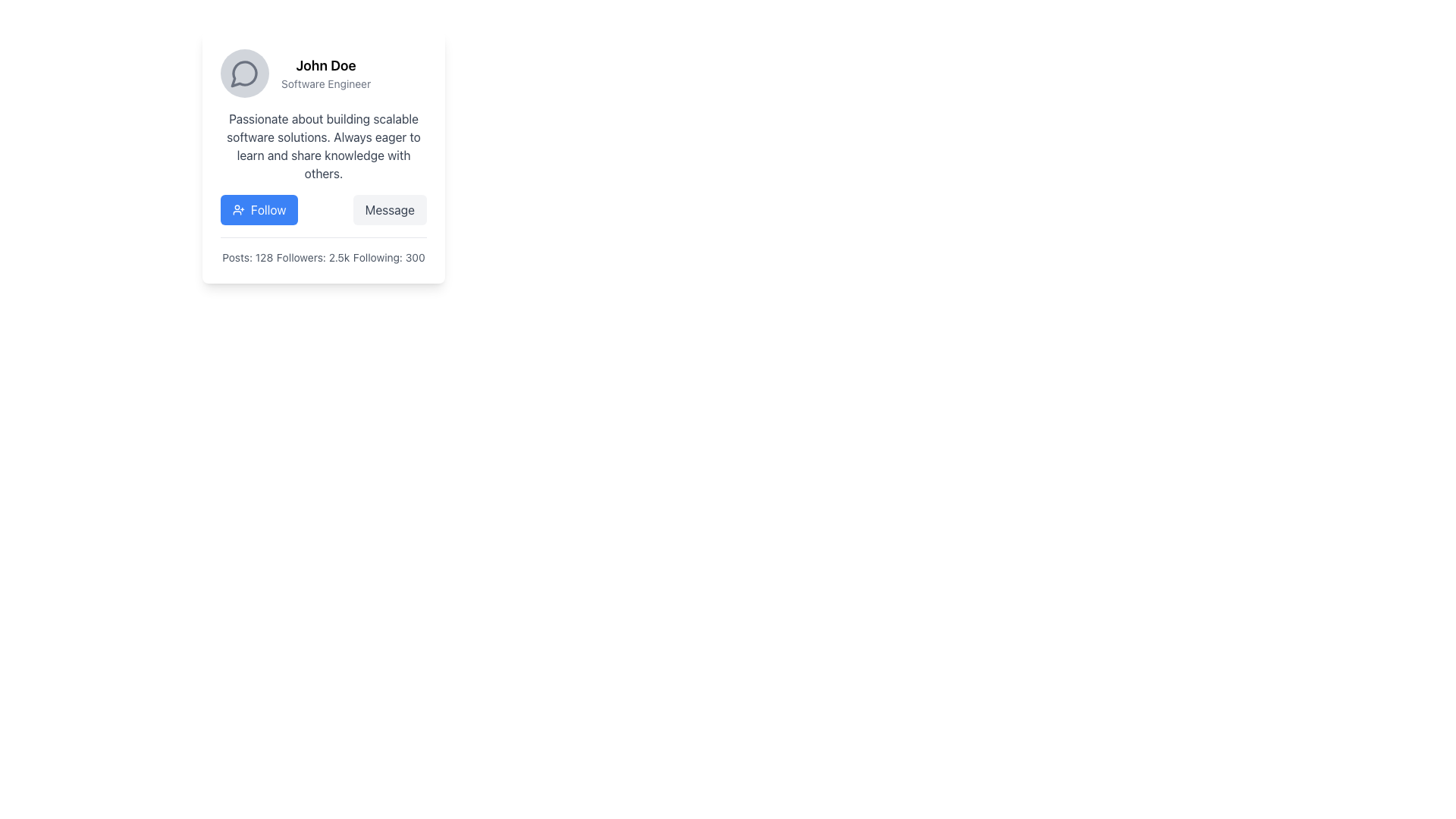  What do you see at coordinates (390, 210) in the screenshot?
I see `the message sending button located to the right of the 'Follow' button` at bounding box center [390, 210].